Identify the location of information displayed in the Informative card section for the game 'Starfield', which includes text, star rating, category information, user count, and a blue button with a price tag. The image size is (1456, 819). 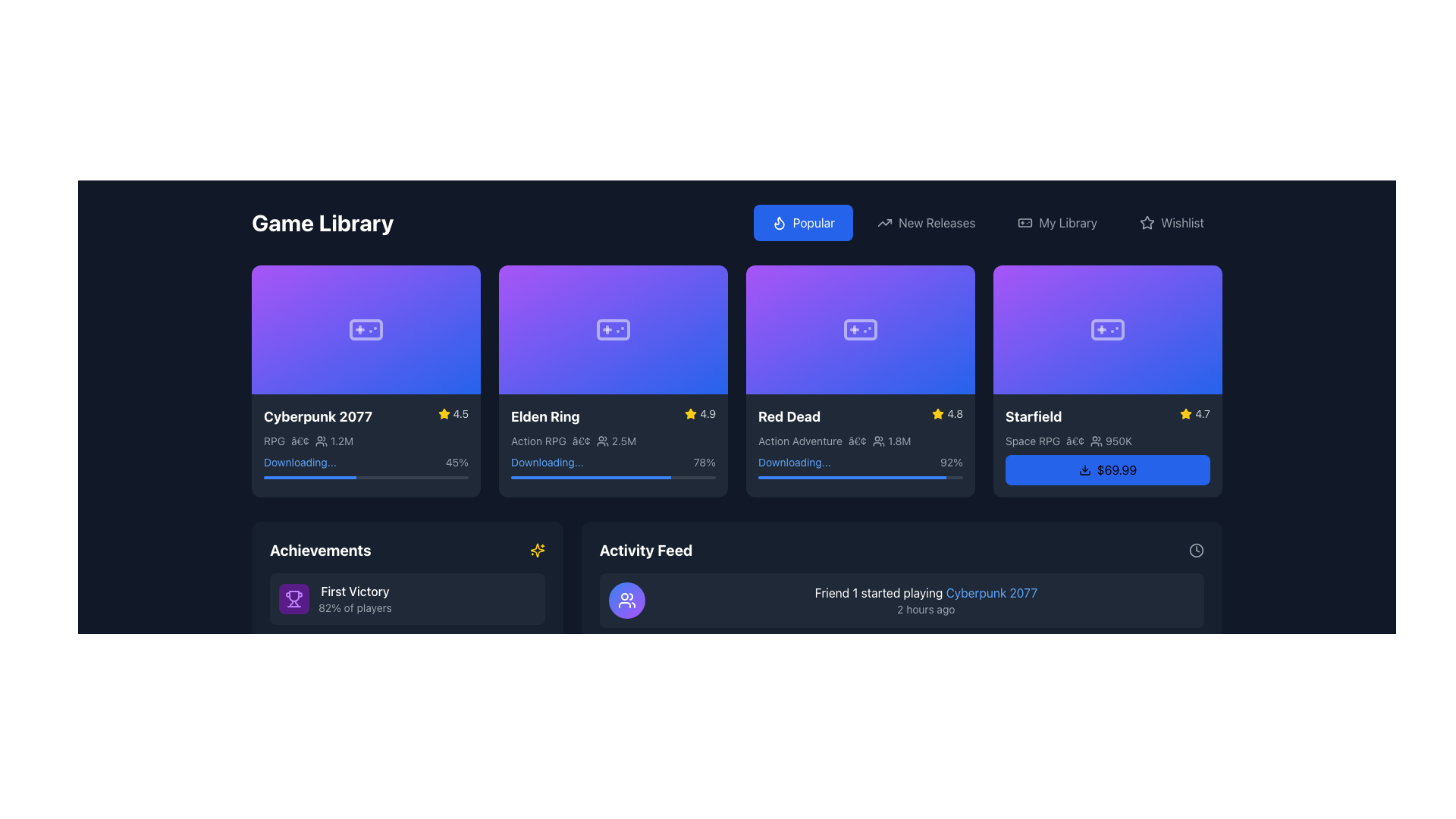
(1107, 444).